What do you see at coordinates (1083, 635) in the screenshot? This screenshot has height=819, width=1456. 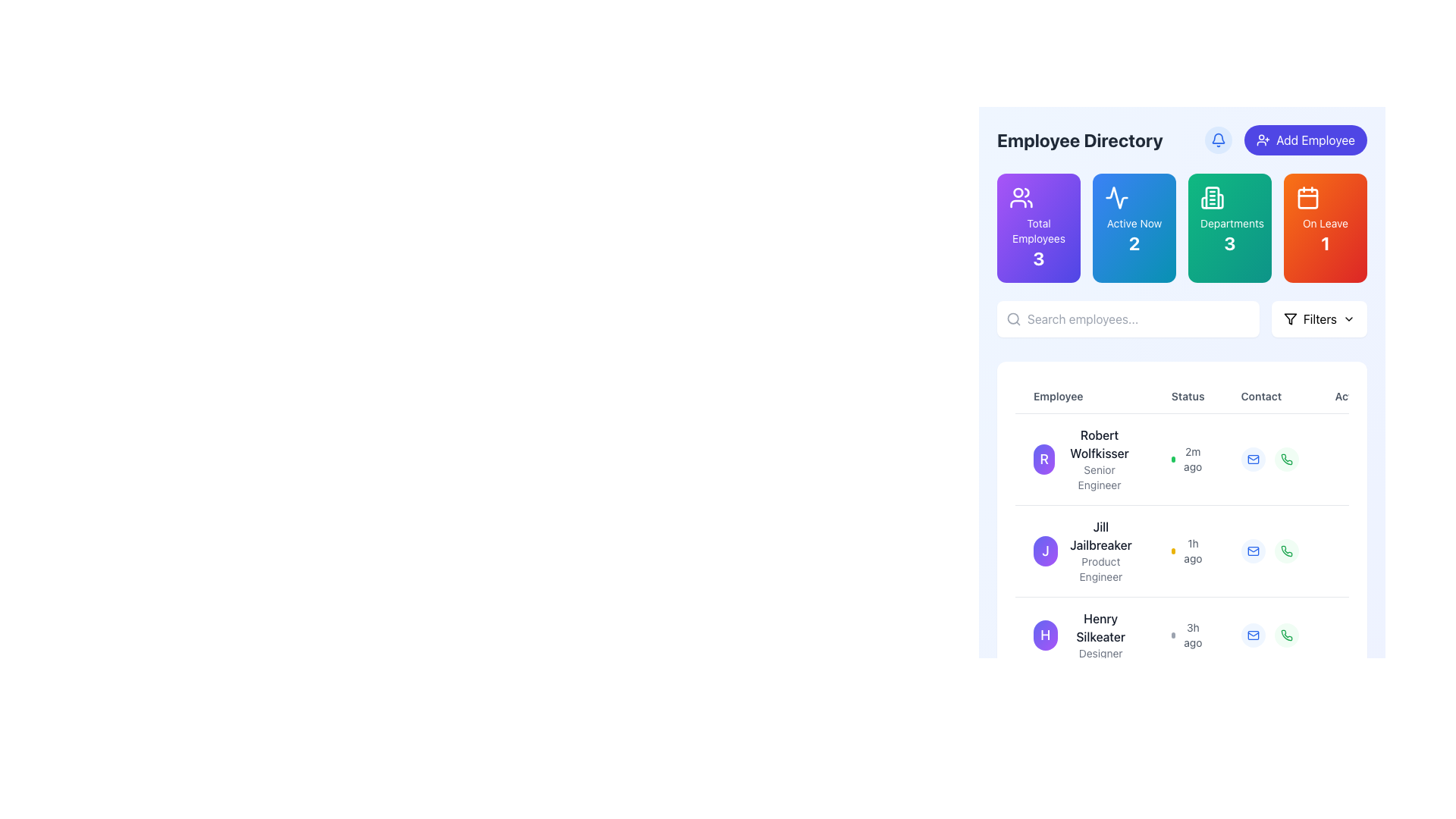 I see `the Text and avatar combination component displaying employee details, located as the third entry below 'Robert Wolfkisser' and 'Jill Jailbreaker'` at bounding box center [1083, 635].